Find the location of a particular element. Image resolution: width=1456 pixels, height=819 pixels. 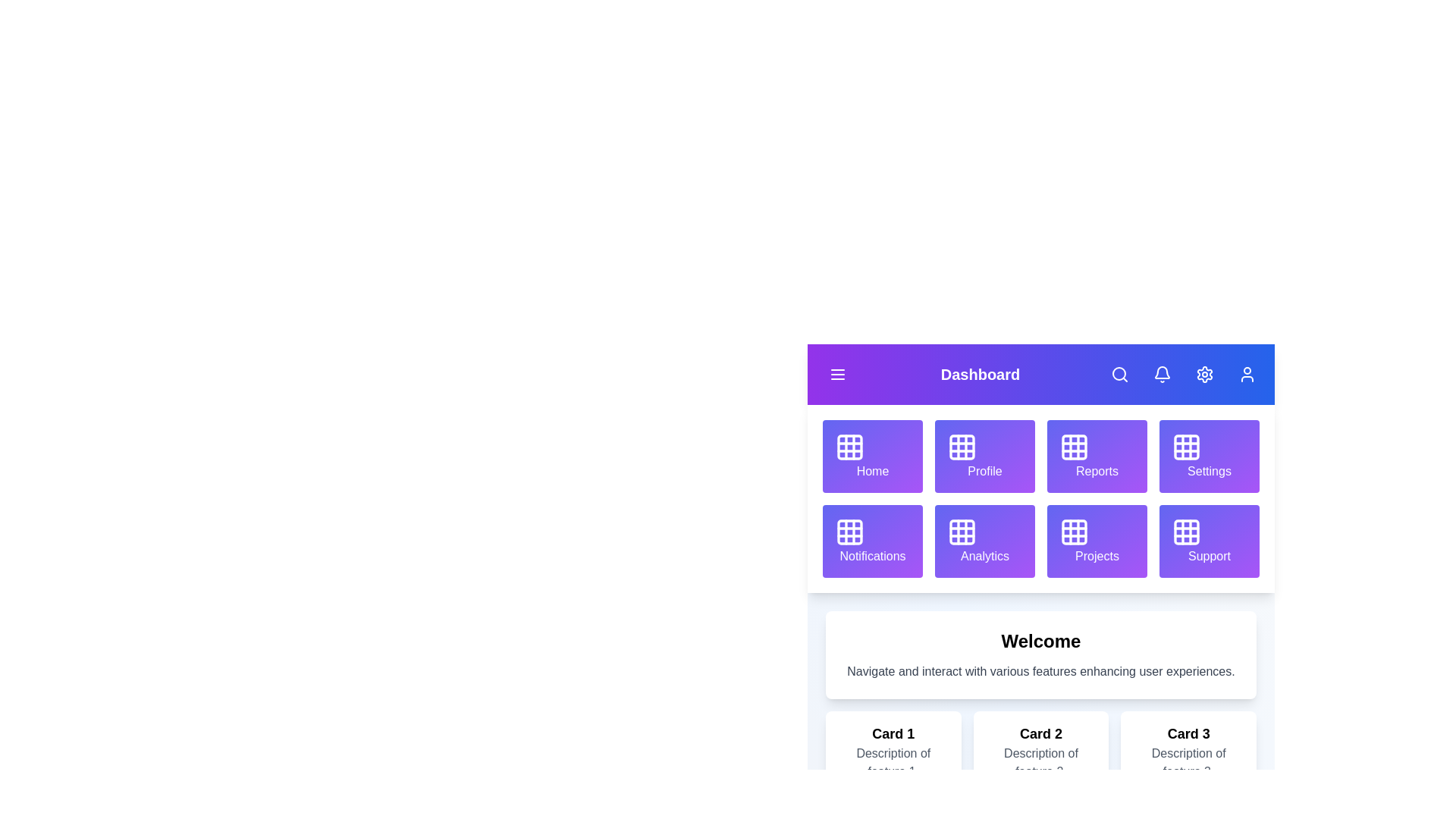

the grid item labeled Home to navigate to its section is located at coordinates (873, 455).